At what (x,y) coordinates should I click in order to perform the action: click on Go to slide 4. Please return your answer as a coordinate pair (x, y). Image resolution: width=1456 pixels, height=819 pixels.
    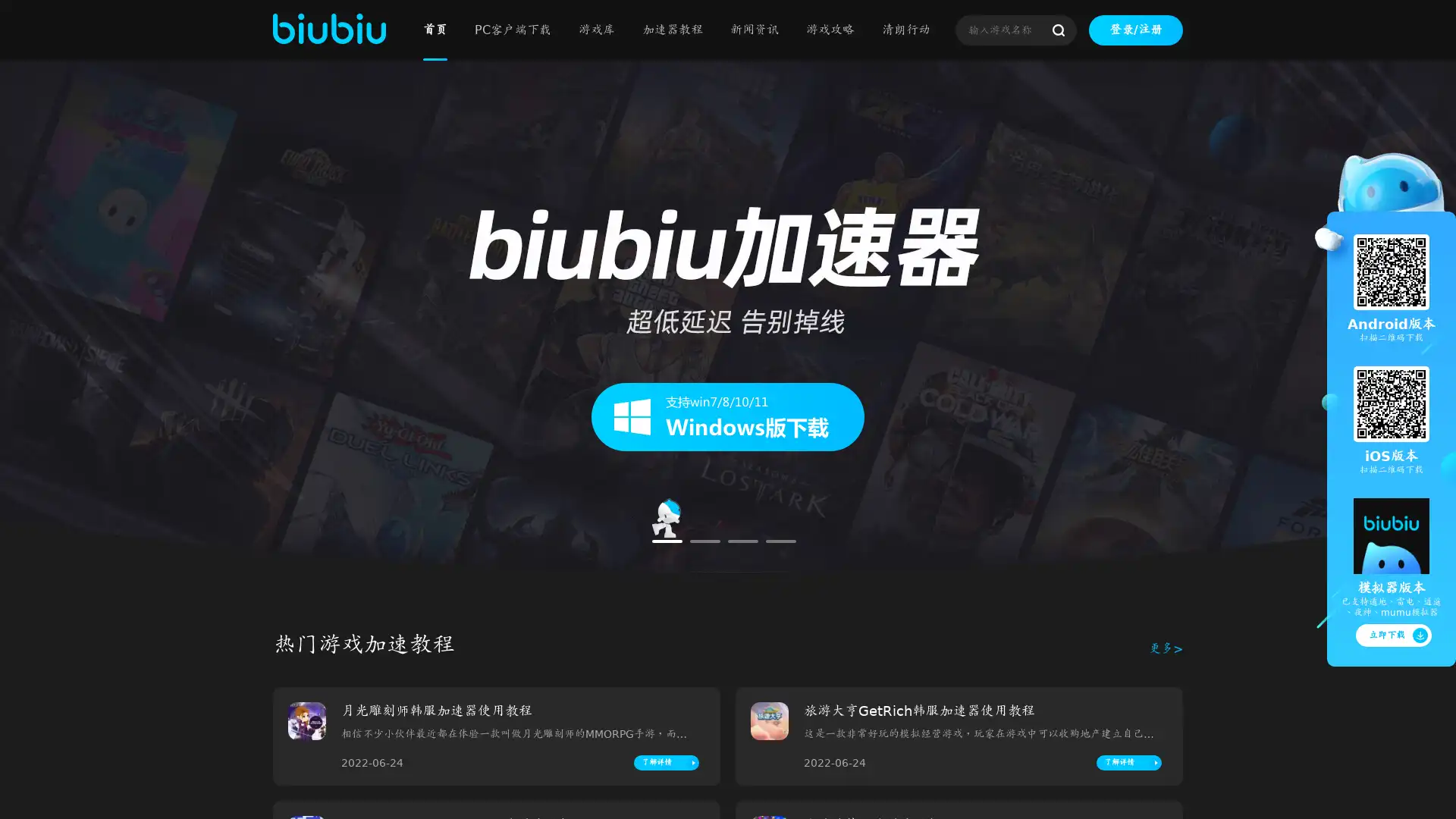
    Looking at the image, I should click on (781, 516).